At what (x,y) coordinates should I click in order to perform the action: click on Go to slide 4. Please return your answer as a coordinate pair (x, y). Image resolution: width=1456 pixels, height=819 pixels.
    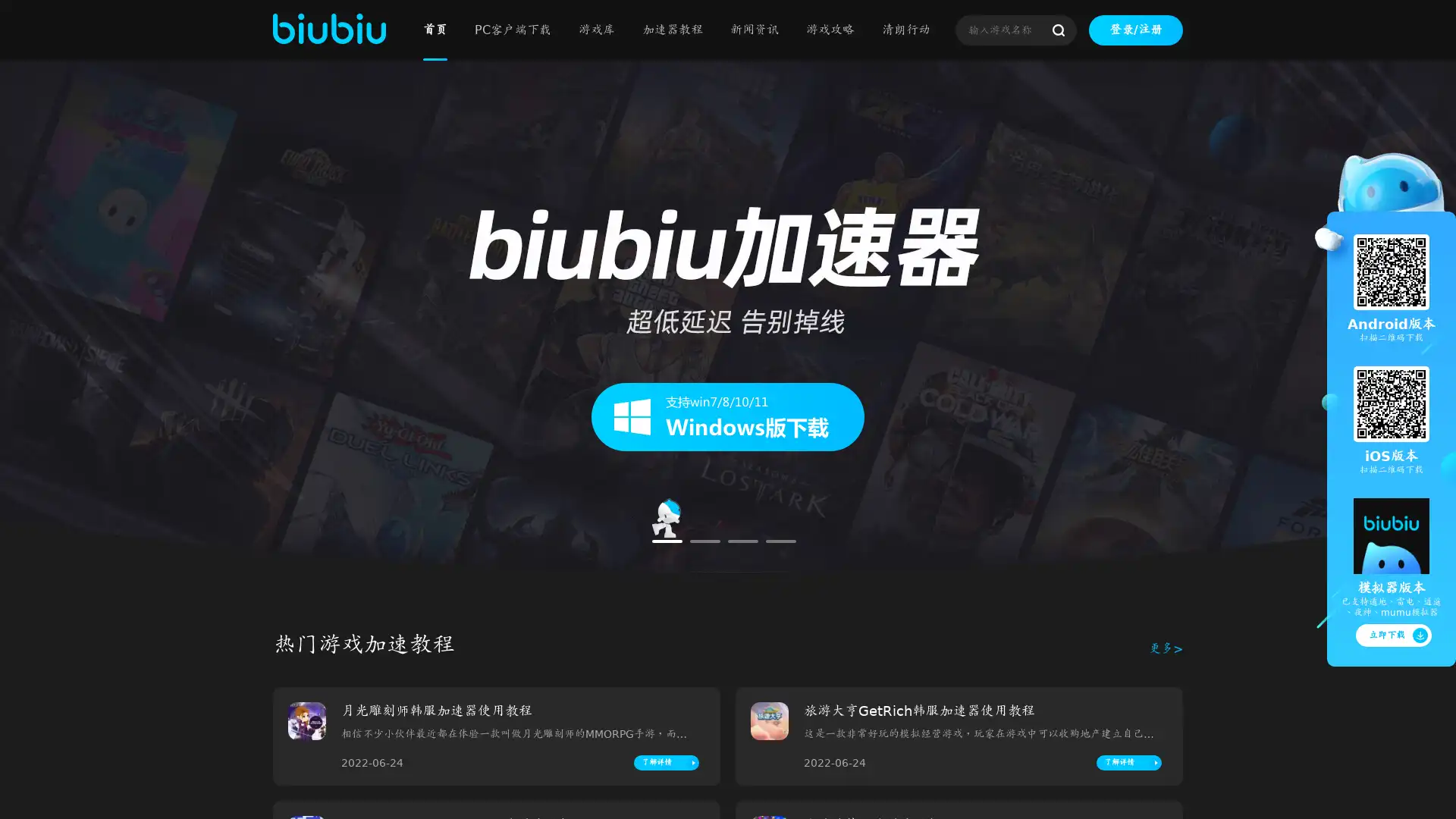
    Looking at the image, I should click on (781, 516).